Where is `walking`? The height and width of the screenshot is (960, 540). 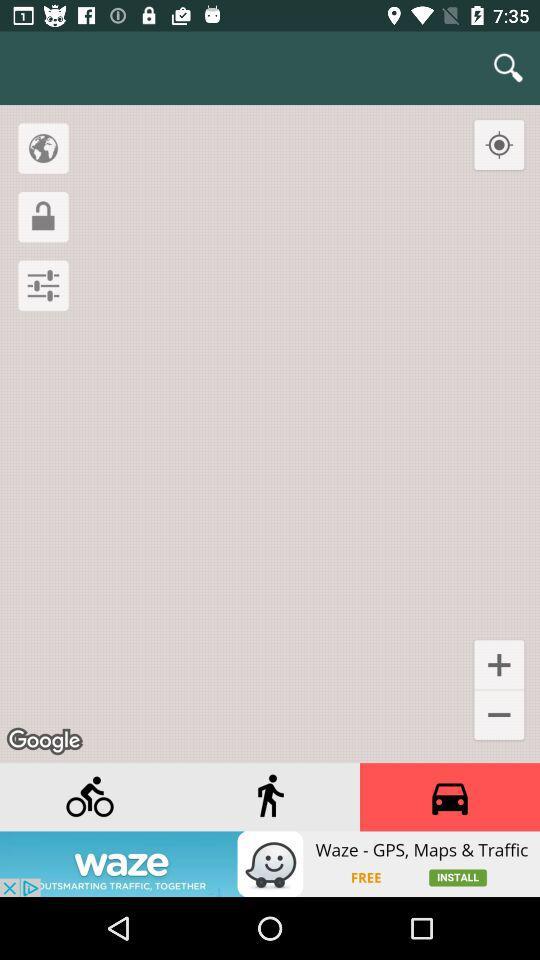 walking is located at coordinates (270, 797).